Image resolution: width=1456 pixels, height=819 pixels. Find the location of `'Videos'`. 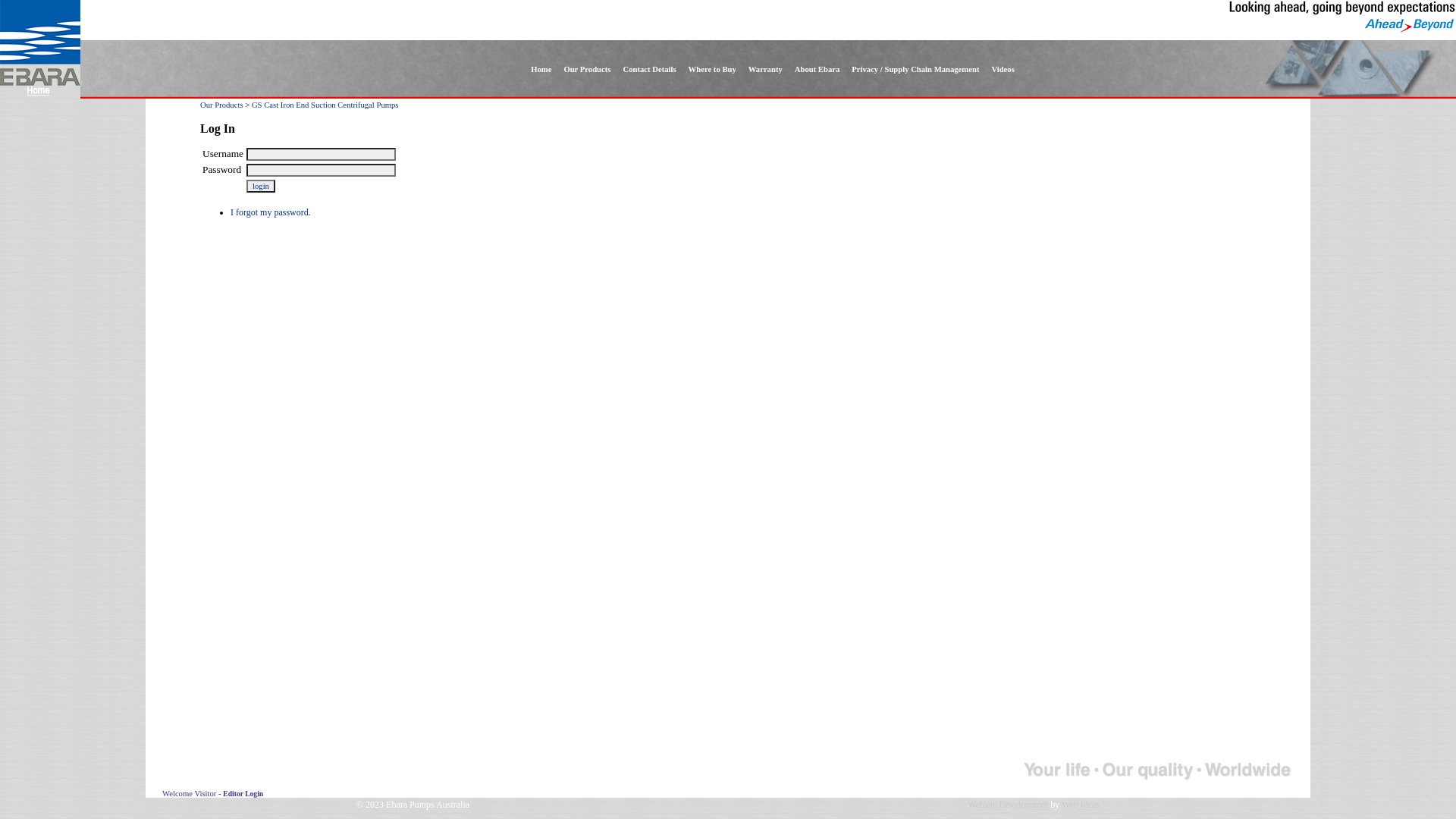

'Videos' is located at coordinates (1002, 69).